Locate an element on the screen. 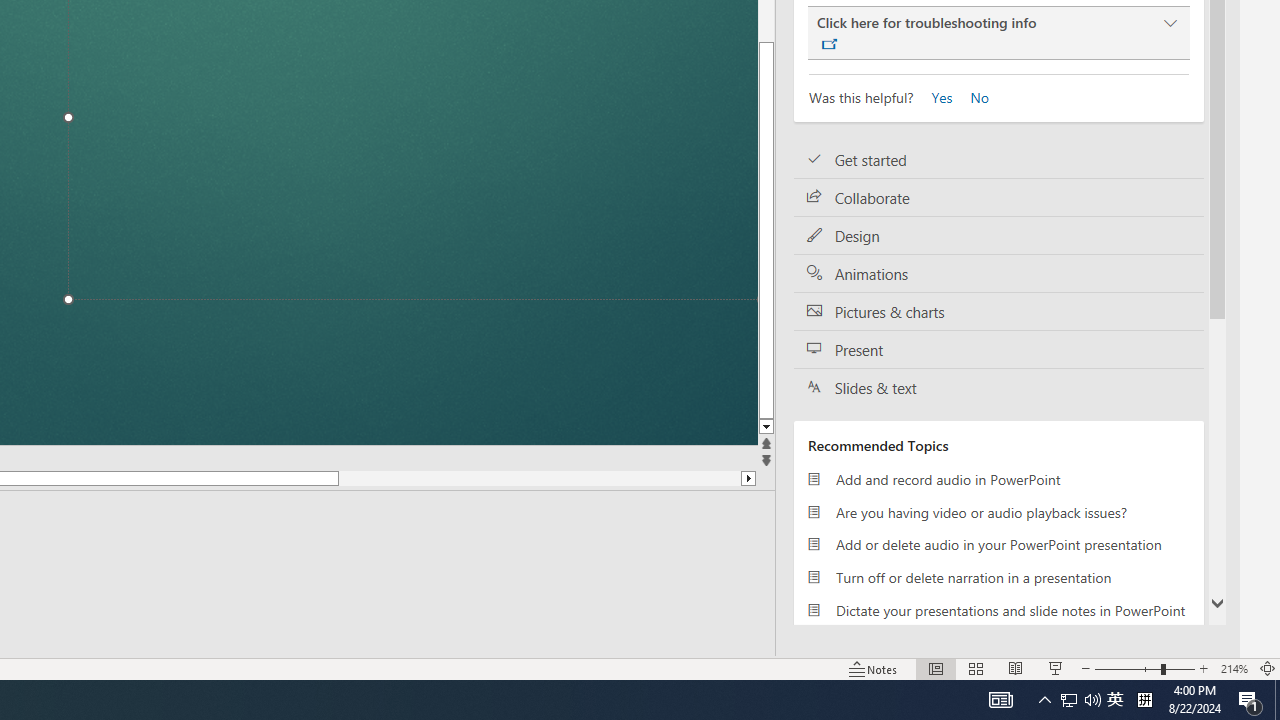 This screenshot has height=720, width=1280. 'Collaborate' is located at coordinates (999, 198).